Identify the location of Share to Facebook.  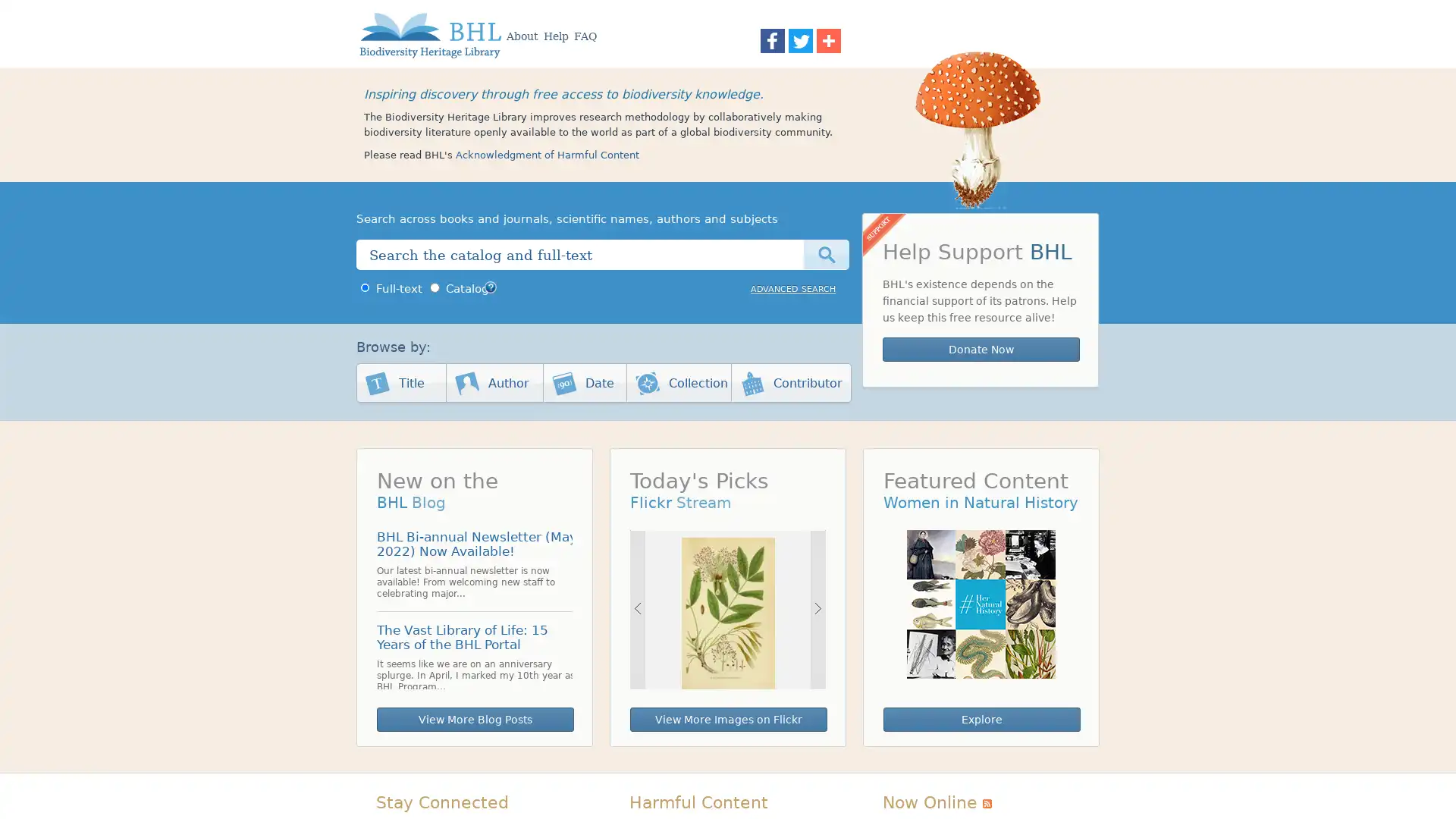
(772, 40).